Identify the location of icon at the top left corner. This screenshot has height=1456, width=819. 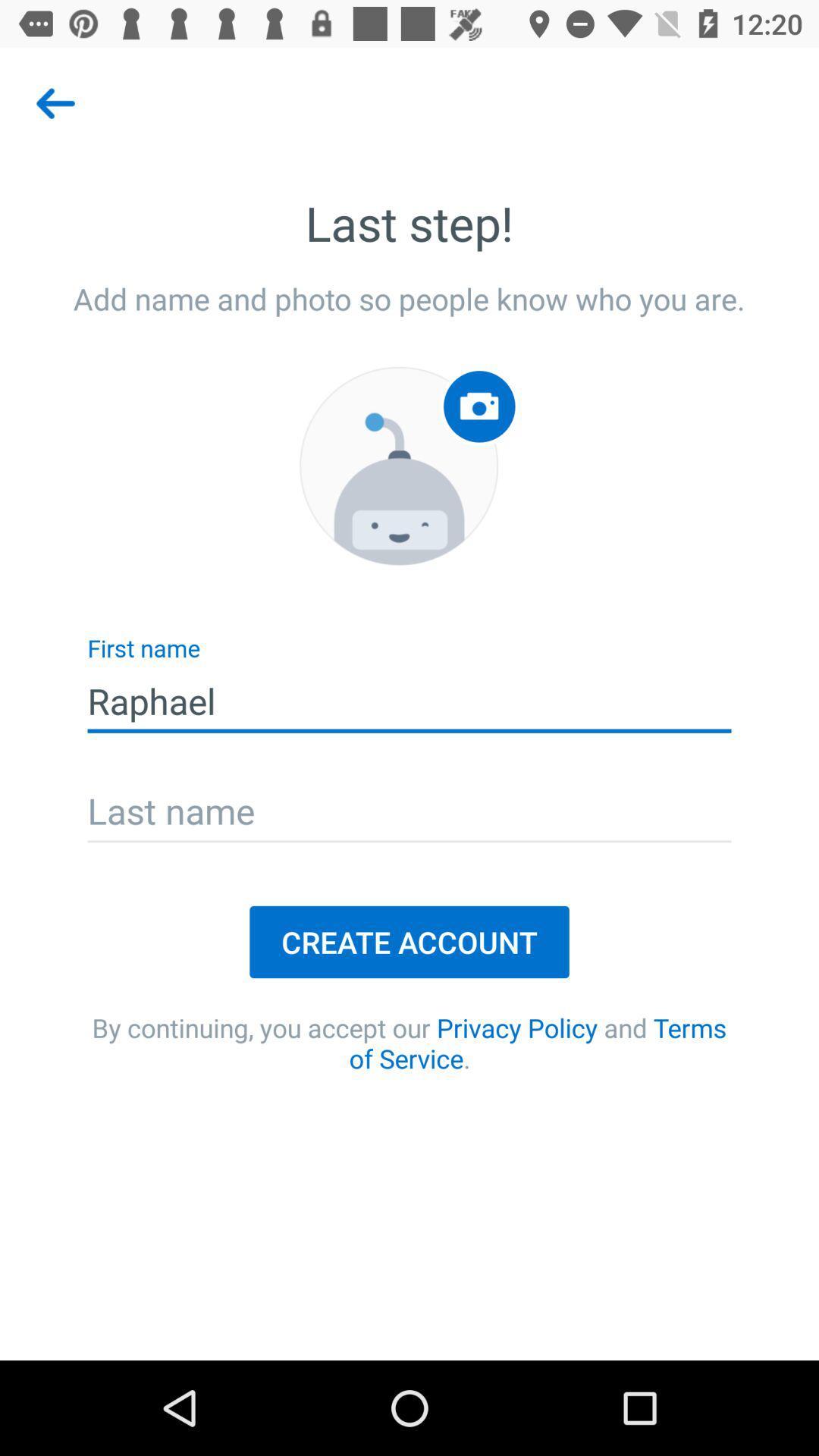
(55, 102).